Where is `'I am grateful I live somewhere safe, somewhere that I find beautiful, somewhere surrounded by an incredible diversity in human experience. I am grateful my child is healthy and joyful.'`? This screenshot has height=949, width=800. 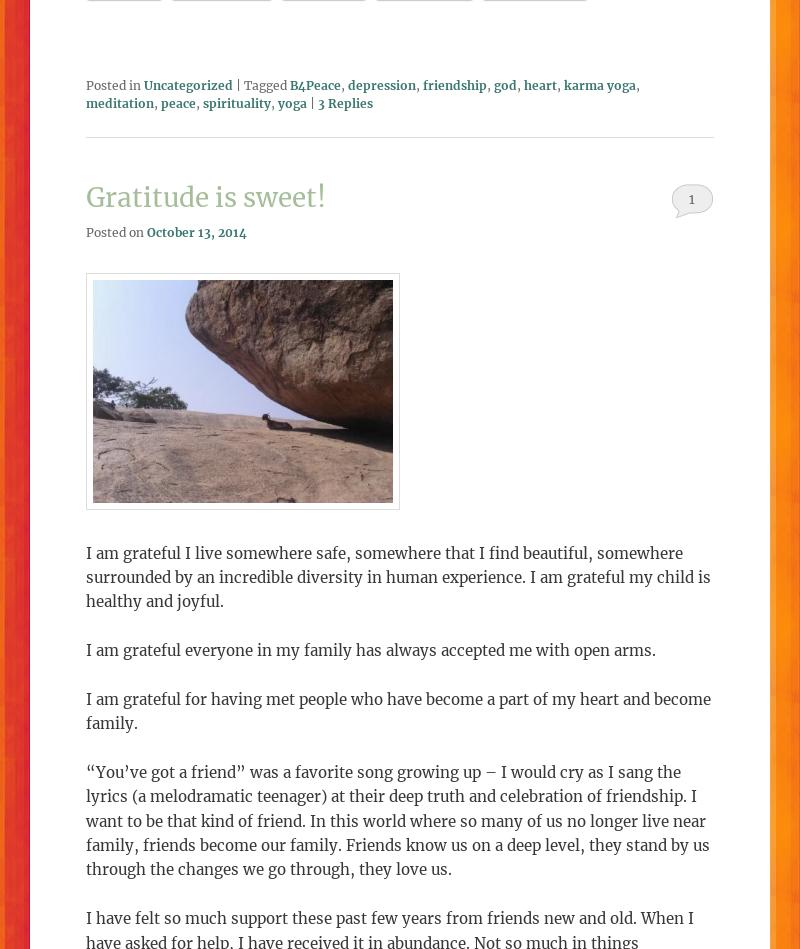 'I am grateful I live somewhere safe, somewhere that I find beautiful, somewhere surrounded by an incredible diversity in human experience. I am grateful my child is healthy and joyful.' is located at coordinates (397, 575).